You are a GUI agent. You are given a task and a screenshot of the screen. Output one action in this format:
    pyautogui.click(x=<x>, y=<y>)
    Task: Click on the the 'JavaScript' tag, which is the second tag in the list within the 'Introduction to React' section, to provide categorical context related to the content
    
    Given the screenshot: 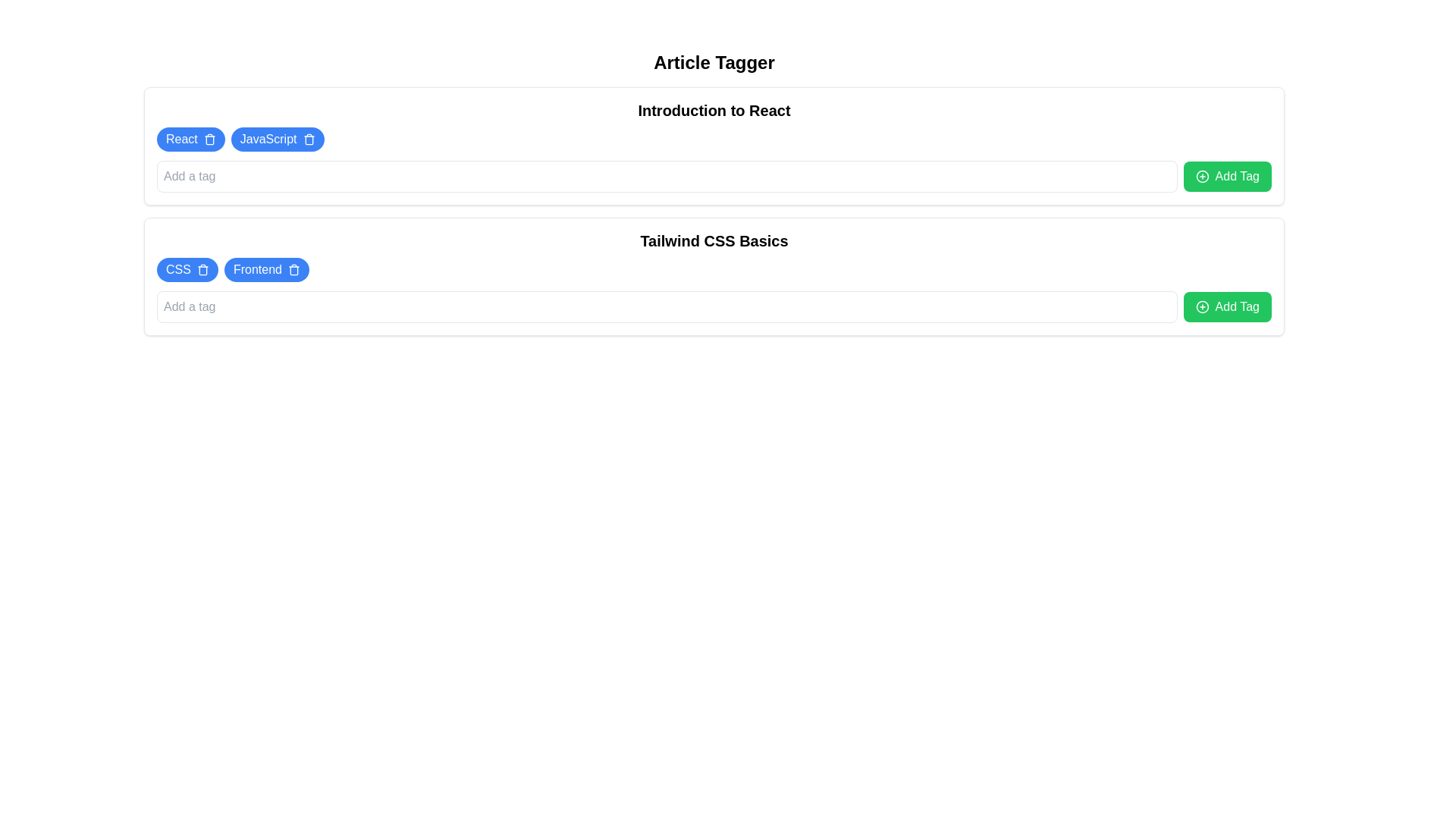 What is the action you would take?
    pyautogui.click(x=268, y=140)
    